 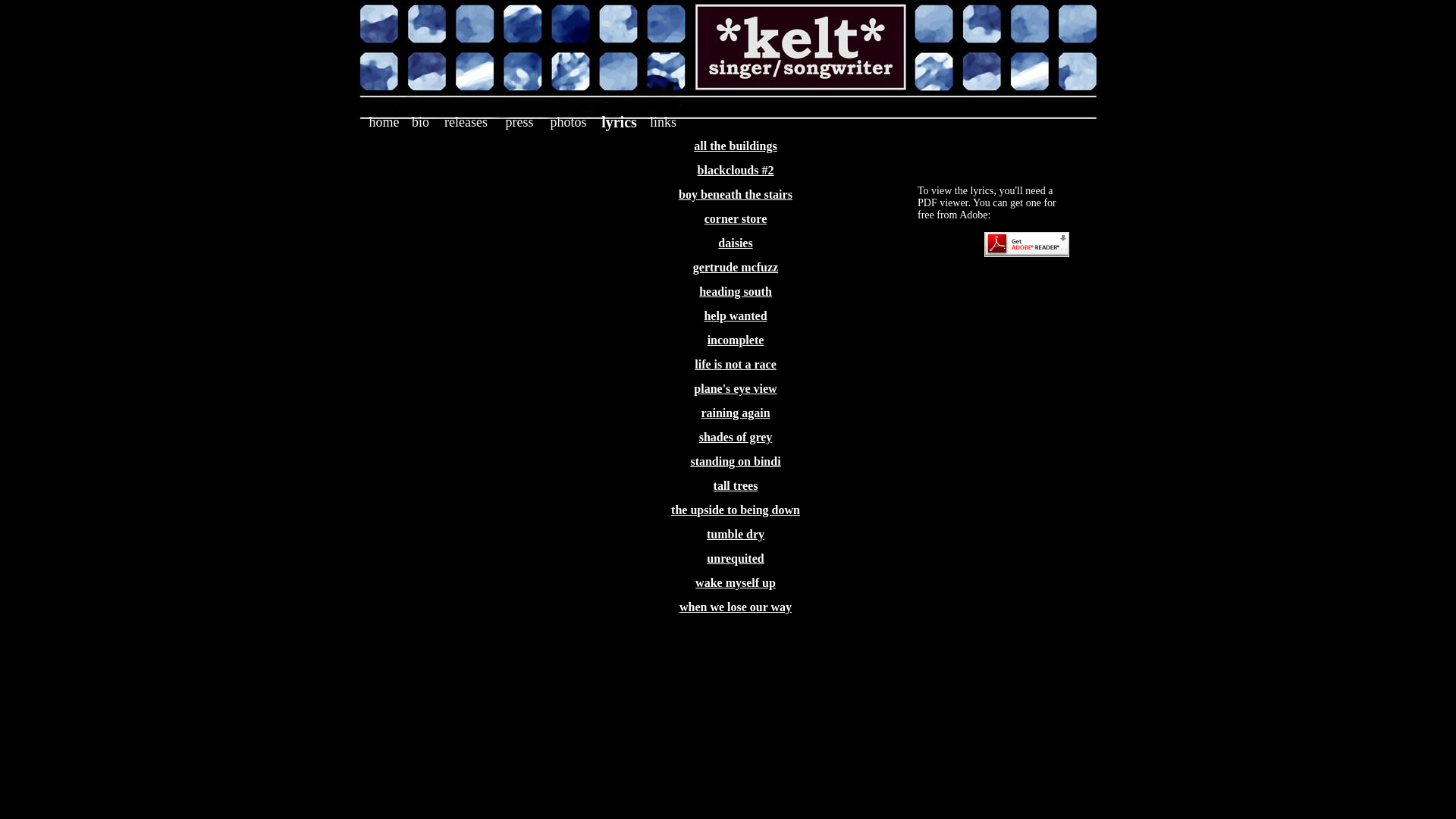 What do you see at coordinates (735, 193) in the screenshot?
I see `'boy beneath the stairs'` at bounding box center [735, 193].